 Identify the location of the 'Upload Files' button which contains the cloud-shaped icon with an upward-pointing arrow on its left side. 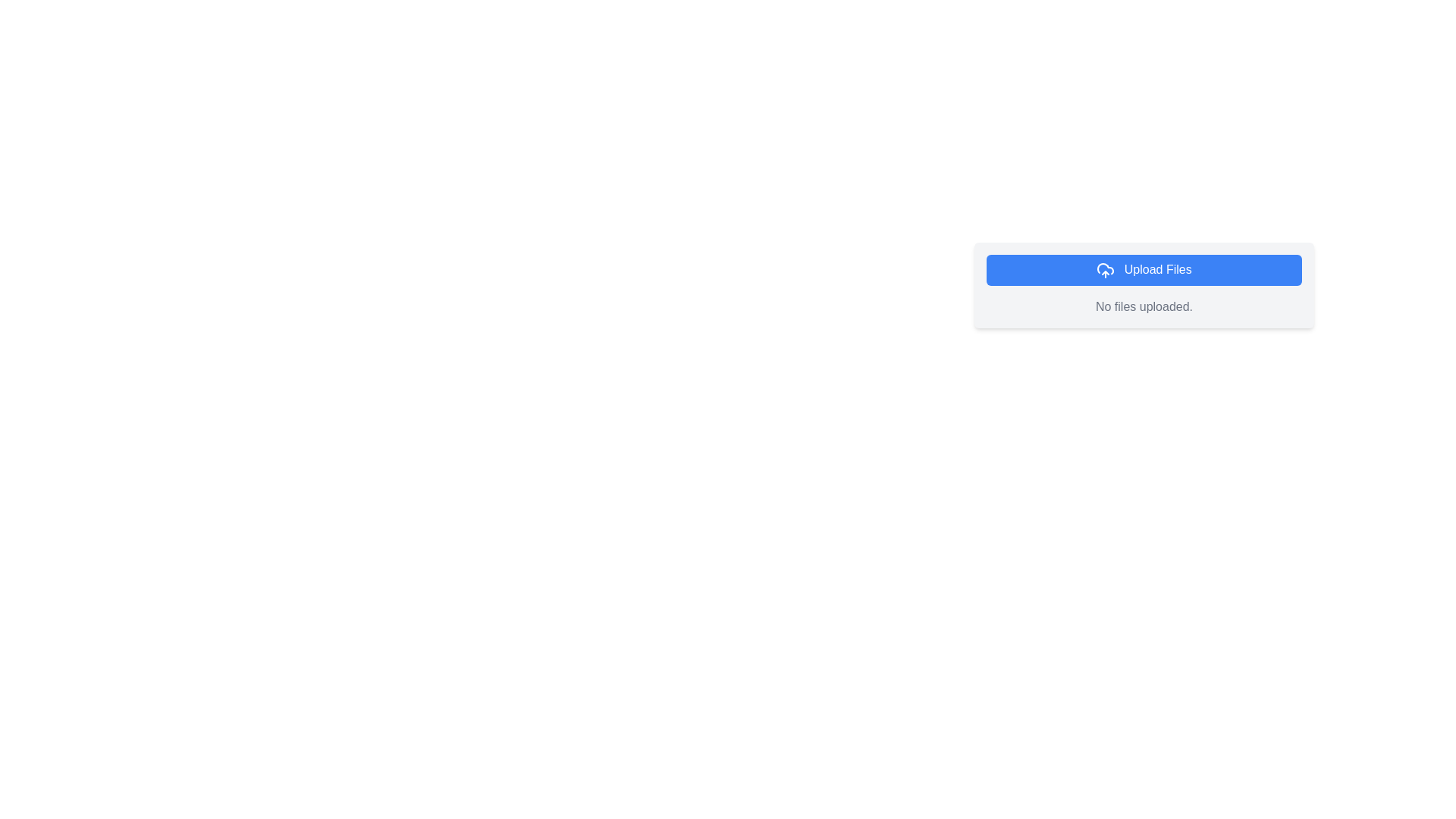
(1106, 269).